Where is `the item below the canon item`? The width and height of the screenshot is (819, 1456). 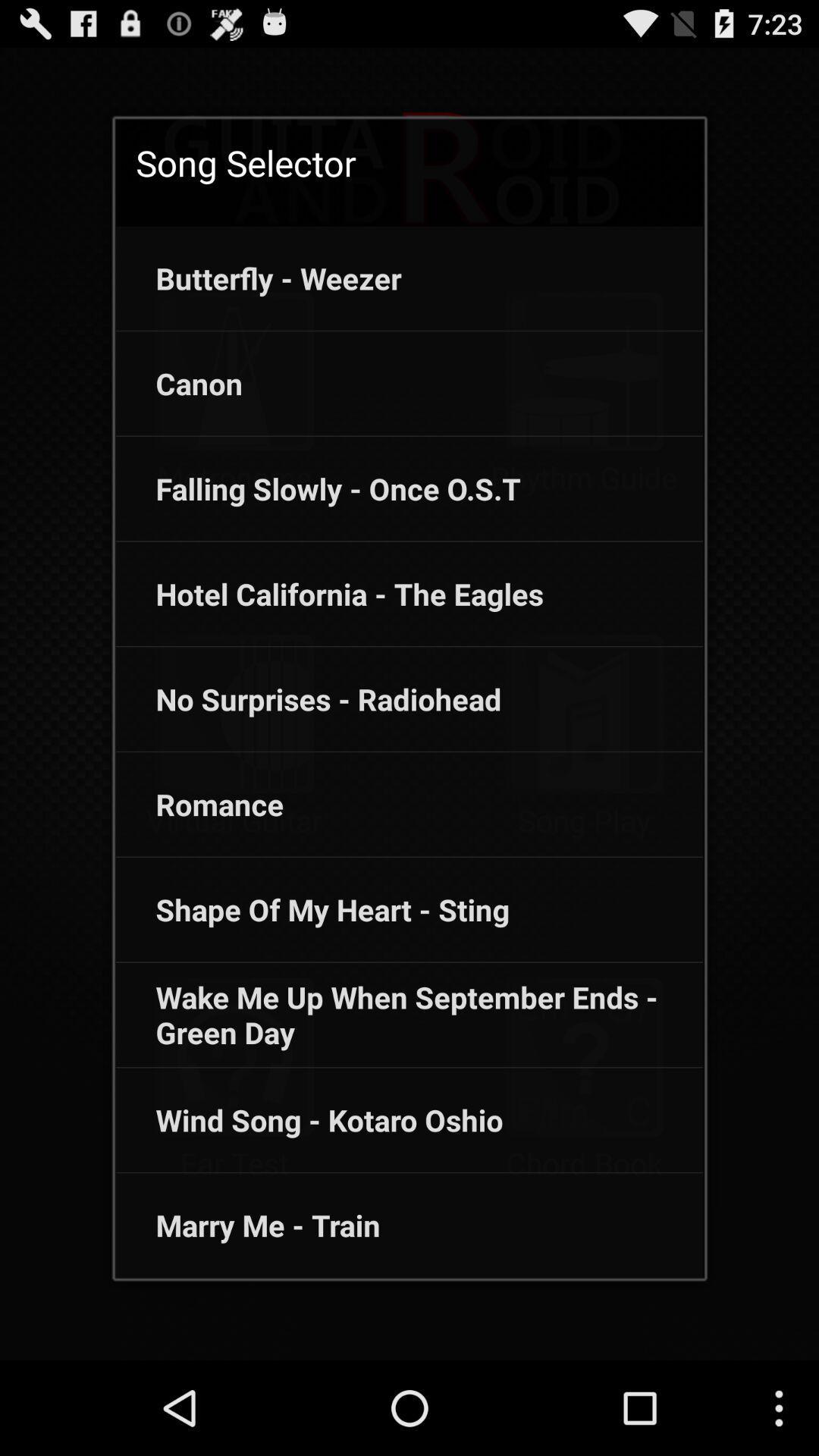 the item below the canon item is located at coordinates (318, 488).